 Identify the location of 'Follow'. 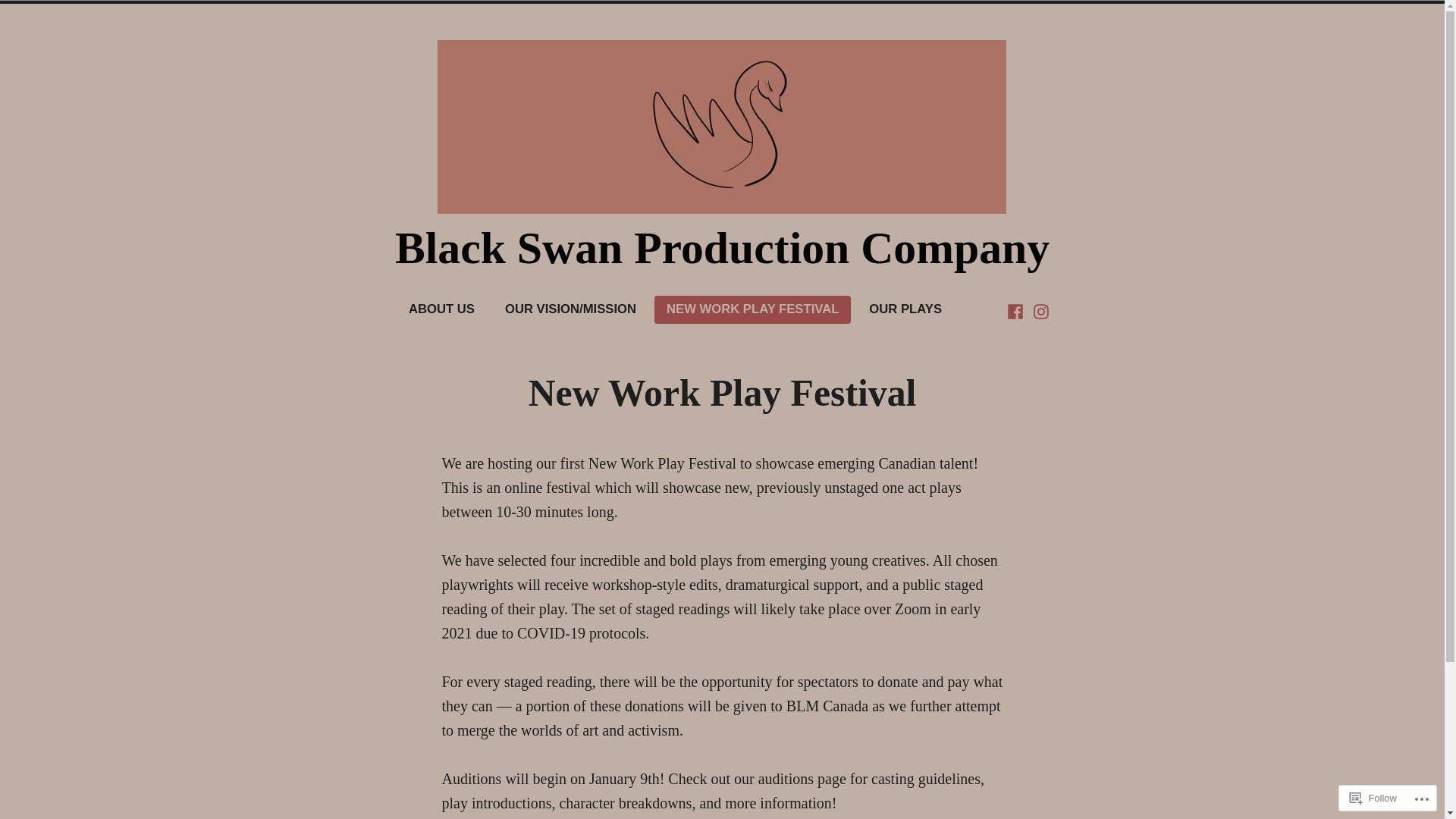
(1373, 797).